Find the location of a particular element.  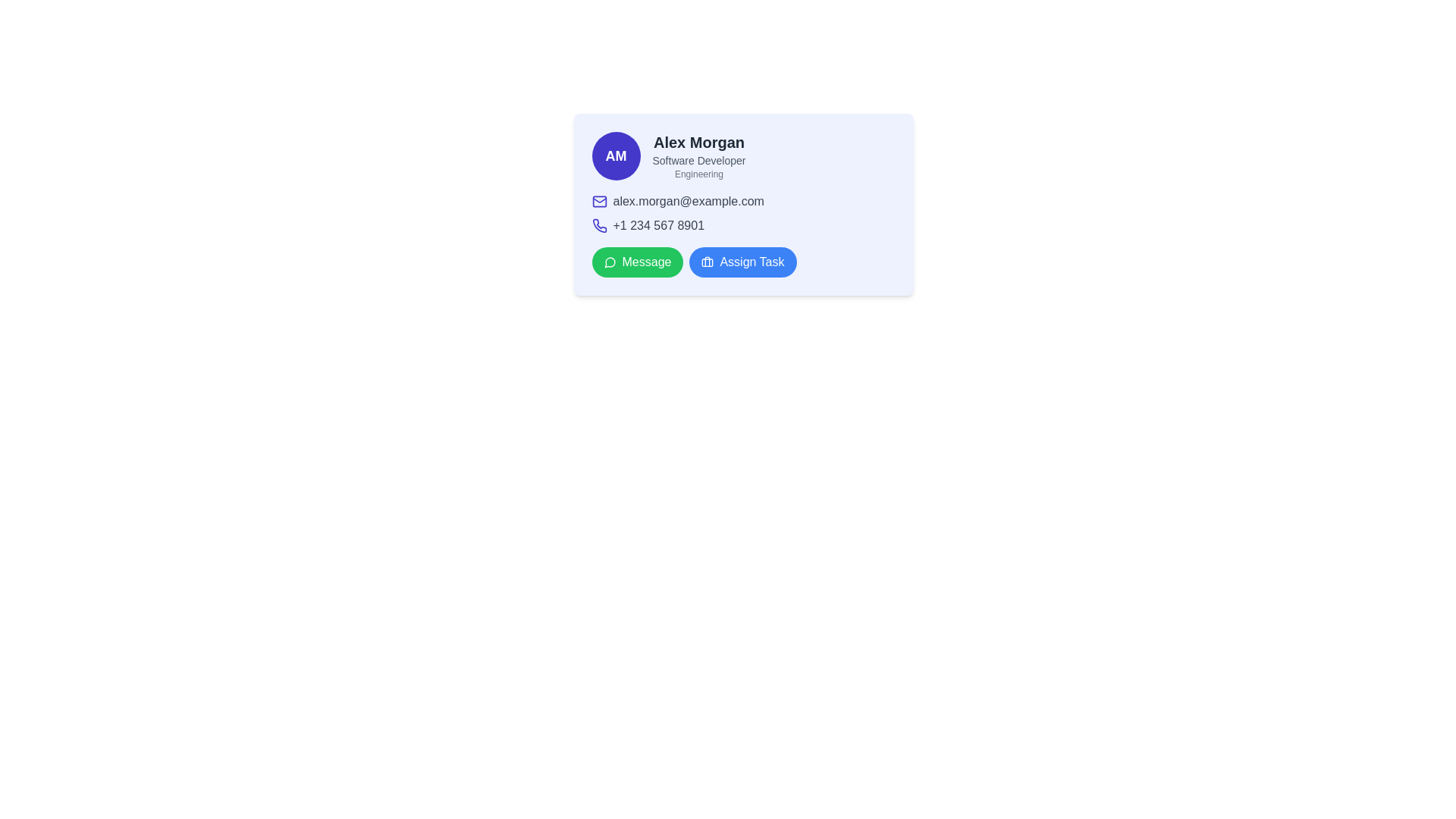

the phone icon, which is a vivid indigo icon resembling a phone, located to the left of the phone number '+1 234 567 8901' is located at coordinates (598, 225).